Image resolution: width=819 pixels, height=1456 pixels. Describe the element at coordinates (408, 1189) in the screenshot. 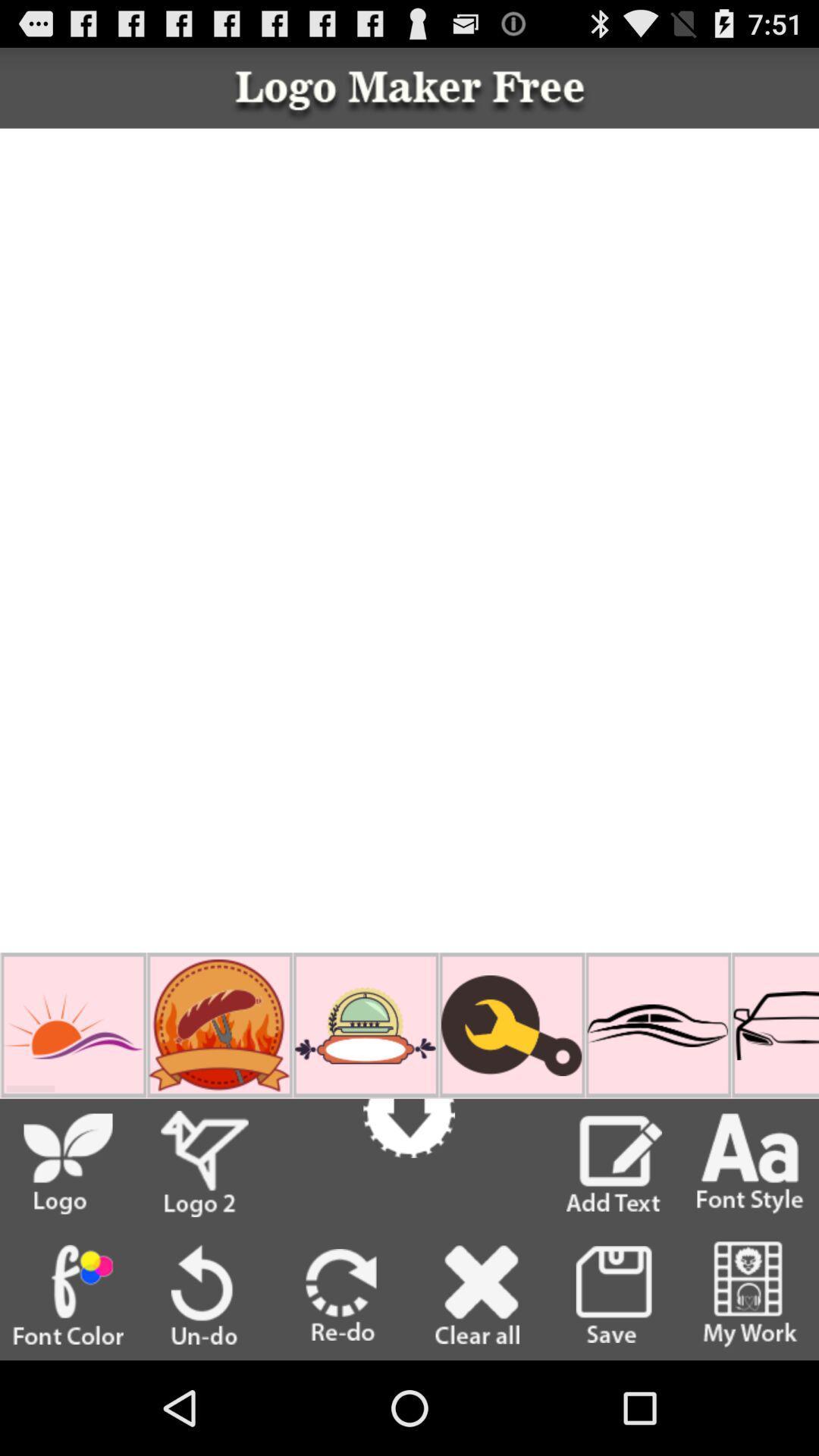

I see `the arrow_downward icon` at that location.